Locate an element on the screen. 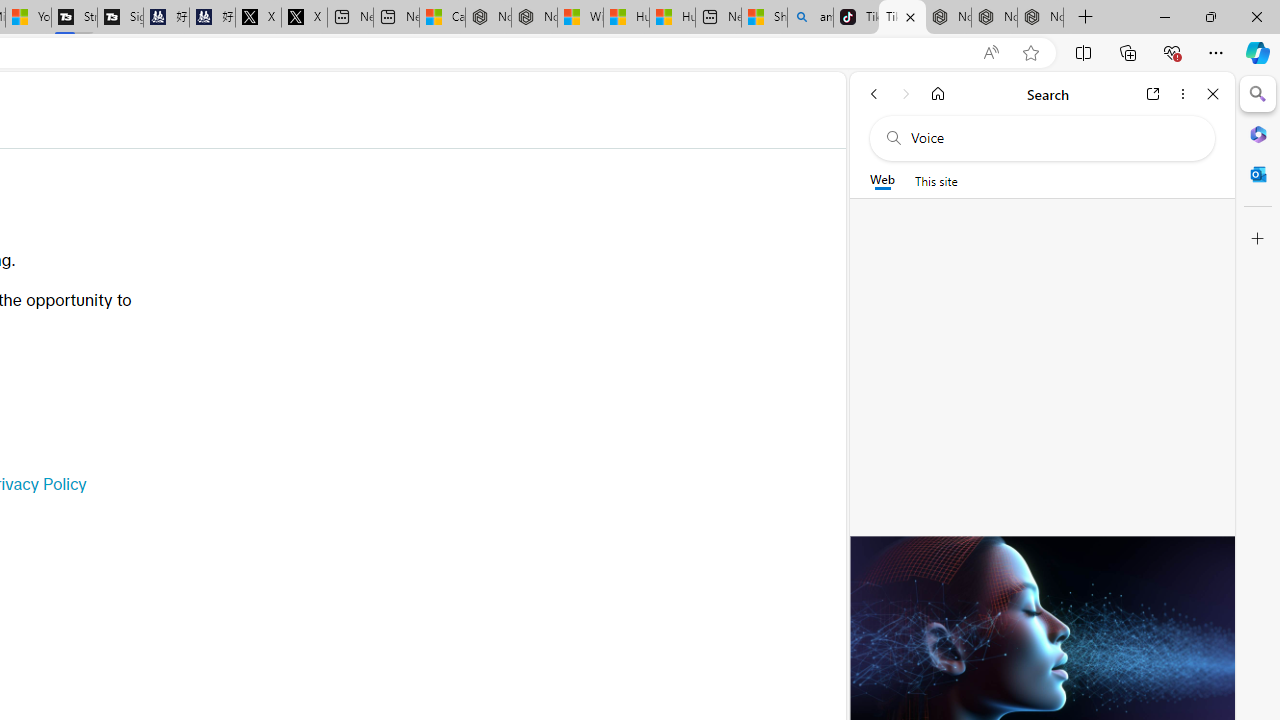 The width and height of the screenshot is (1280, 720). 'Outlook' is located at coordinates (1257, 173).